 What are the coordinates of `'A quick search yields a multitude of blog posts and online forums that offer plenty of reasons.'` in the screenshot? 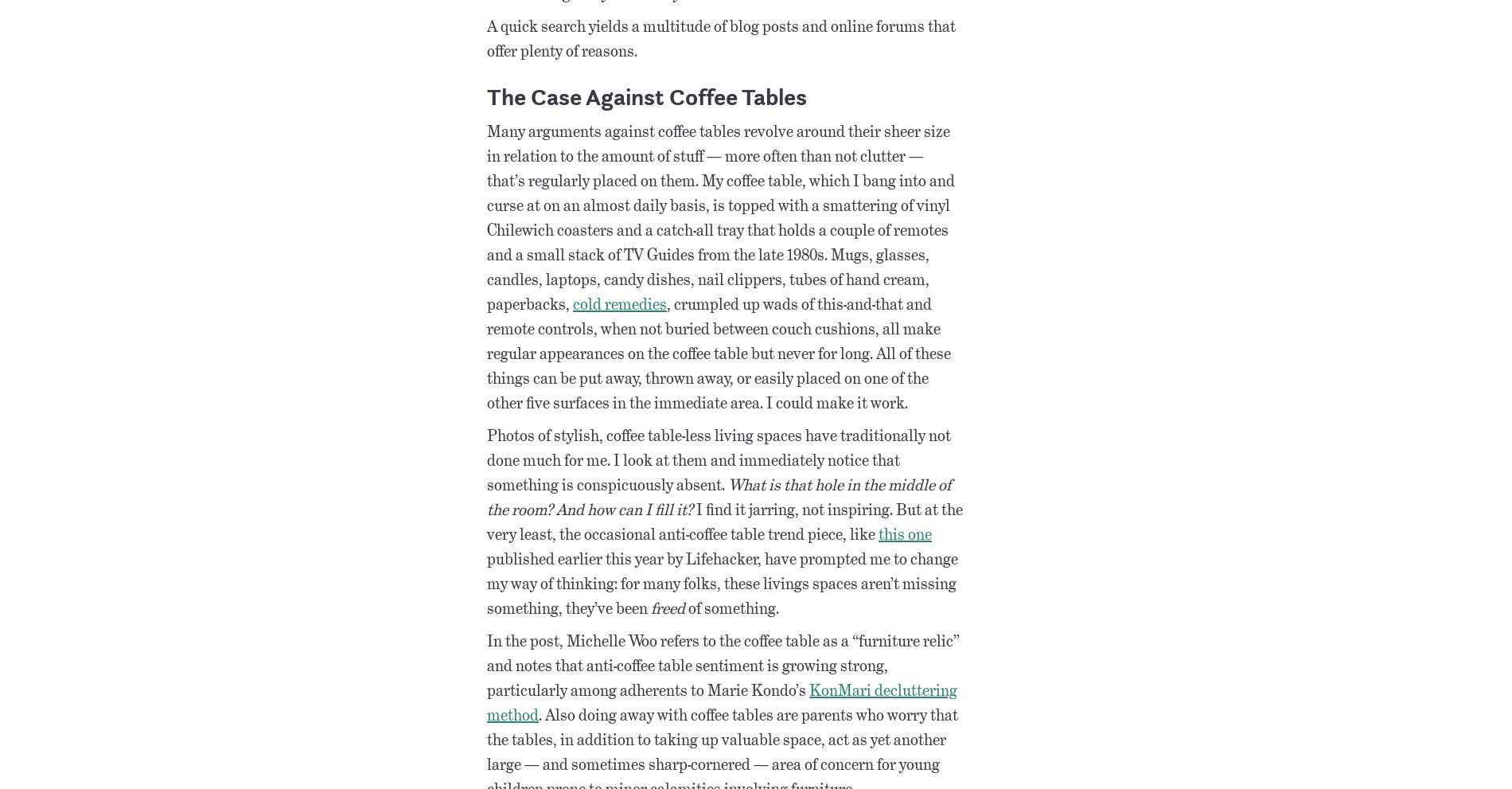 It's located at (486, 38).